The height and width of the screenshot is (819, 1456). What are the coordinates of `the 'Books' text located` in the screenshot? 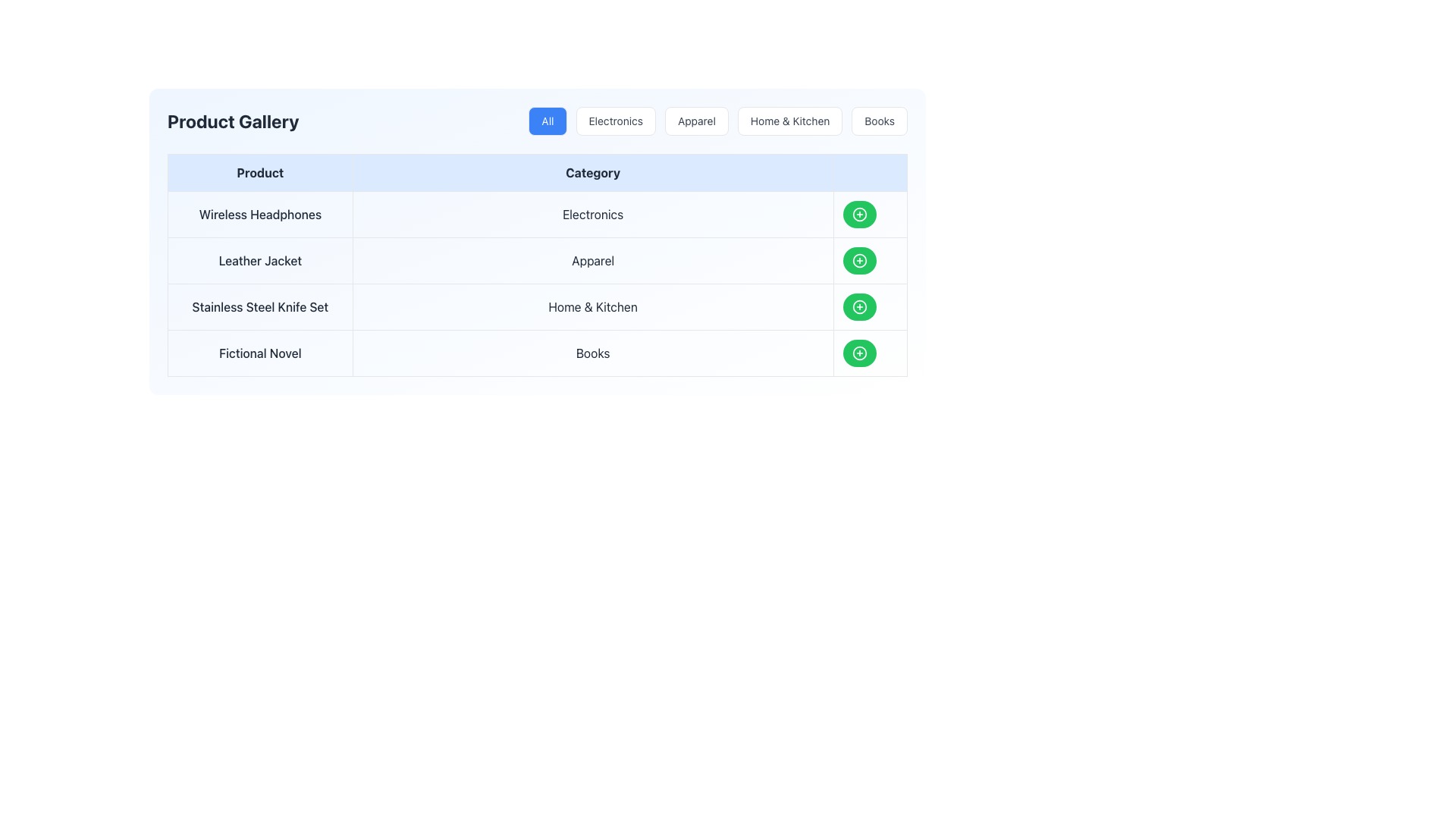 It's located at (592, 353).